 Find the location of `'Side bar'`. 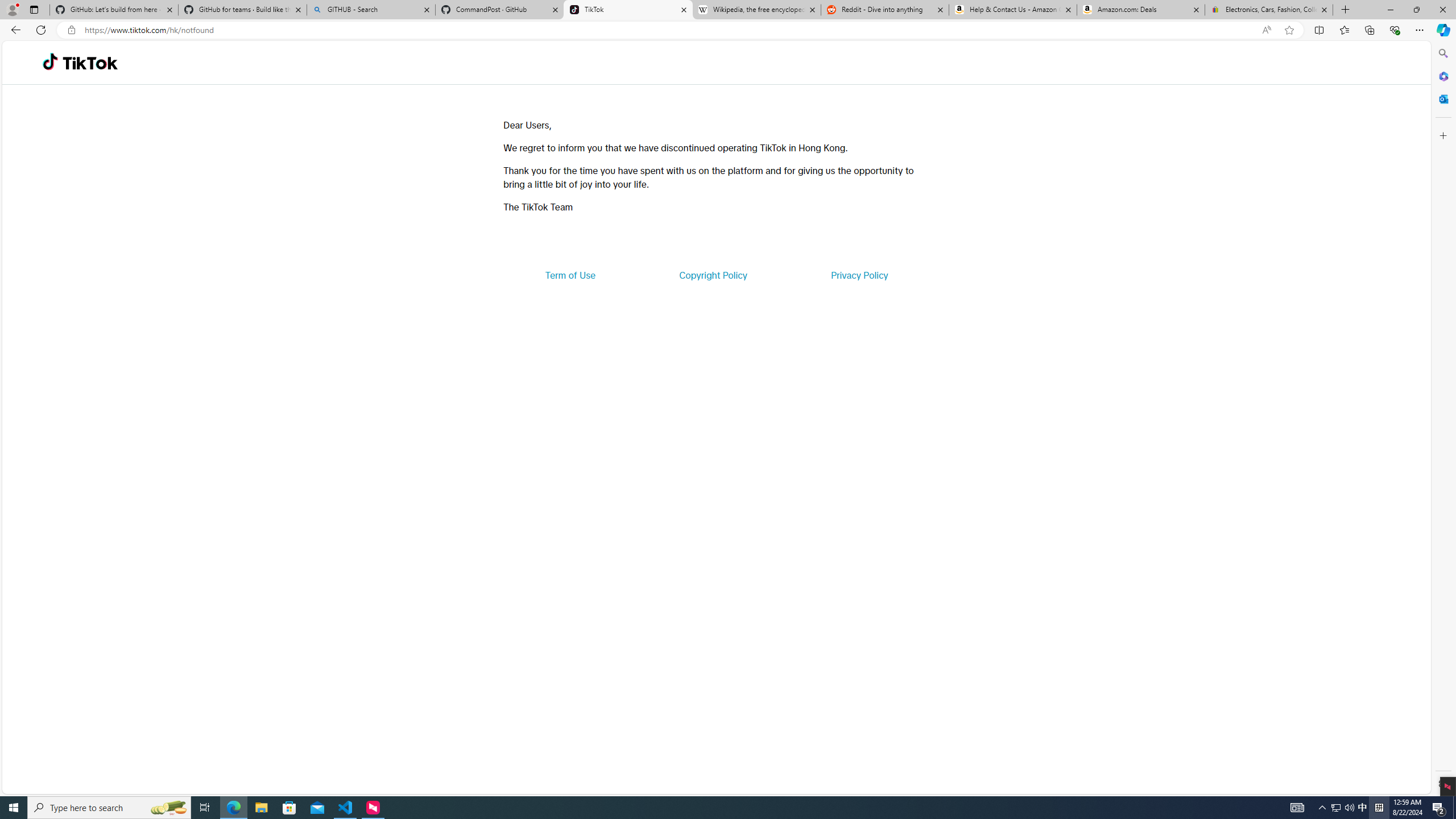

'Side bar' is located at coordinates (1443, 418).